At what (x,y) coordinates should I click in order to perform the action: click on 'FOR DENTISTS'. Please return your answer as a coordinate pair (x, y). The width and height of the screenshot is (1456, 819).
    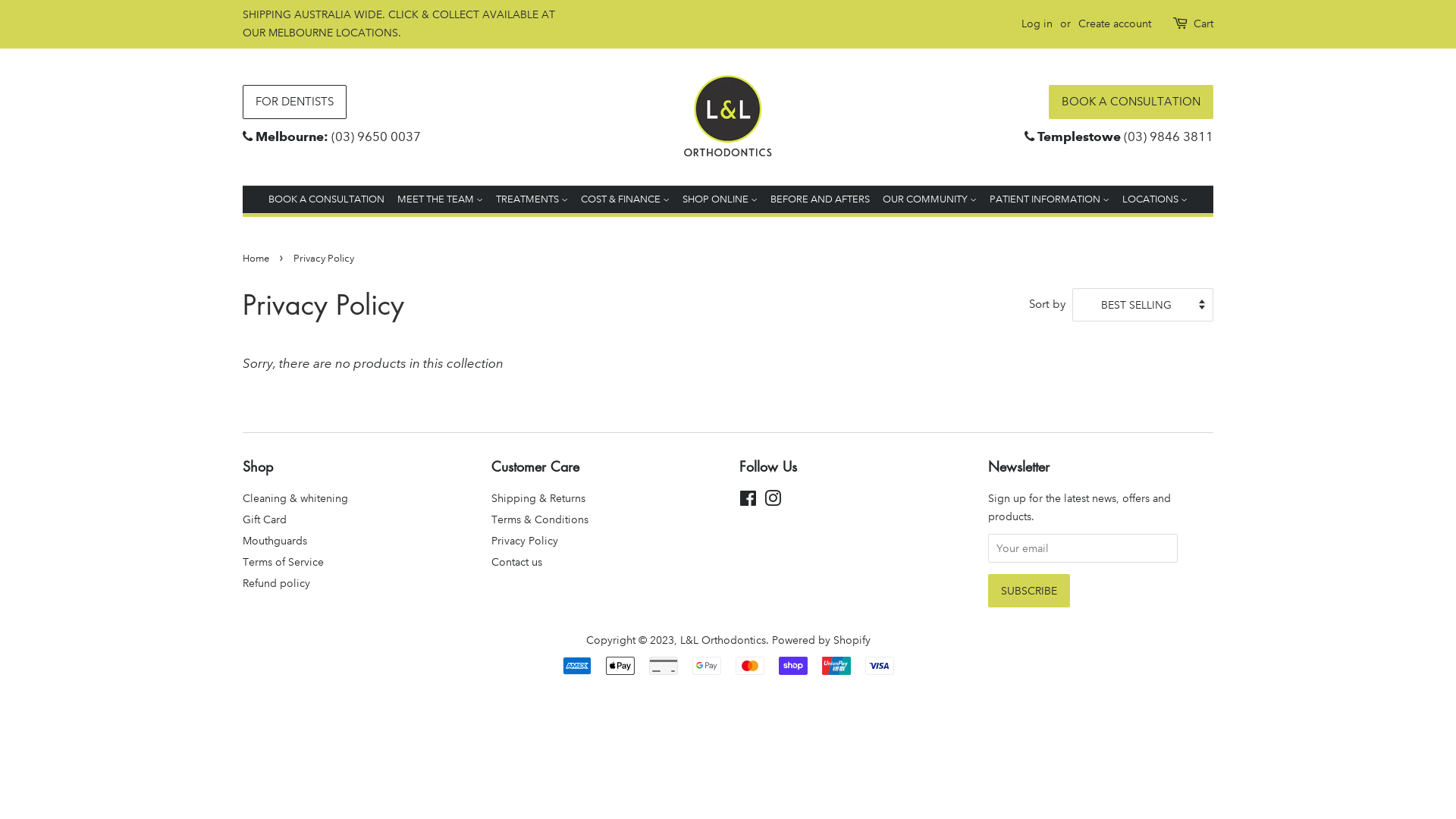
    Looking at the image, I should click on (294, 102).